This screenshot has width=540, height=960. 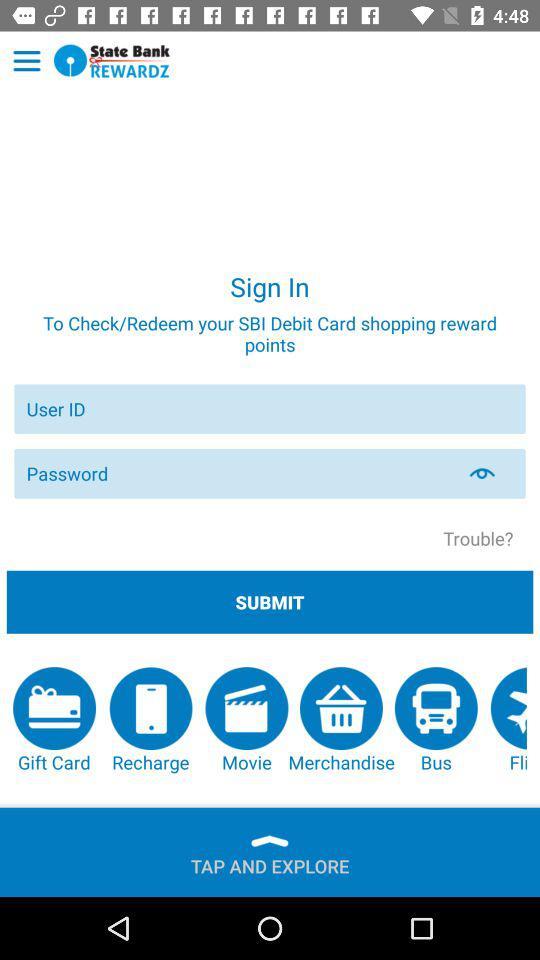 What do you see at coordinates (270, 861) in the screenshot?
I see `item below the gift card app` at bounding box center [270, 861].